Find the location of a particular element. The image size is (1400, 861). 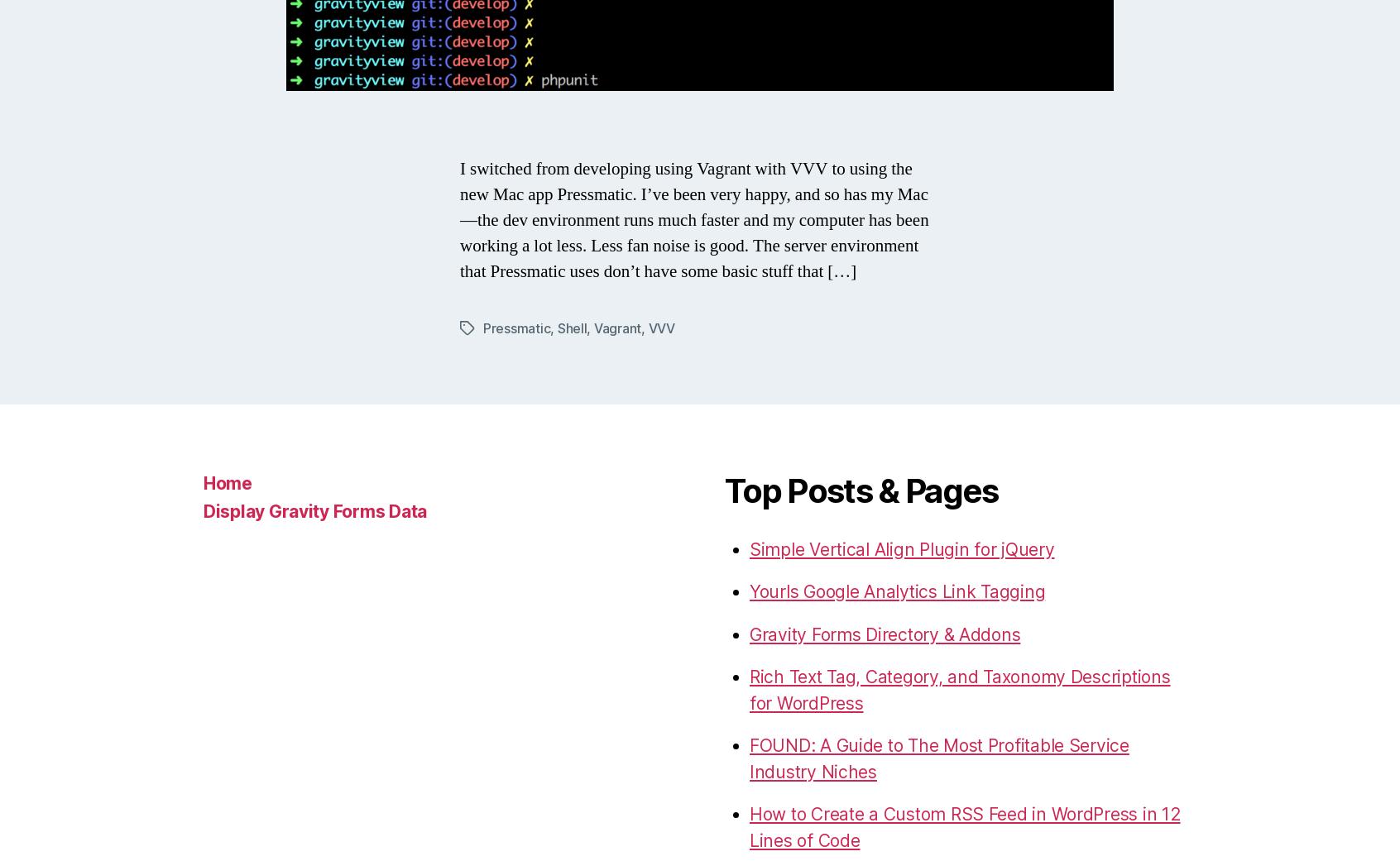

'PostGrid - Offline Communication Platform & API - PostGrid™ - US & International - Post Grid' is located at coordinates (931, 550).